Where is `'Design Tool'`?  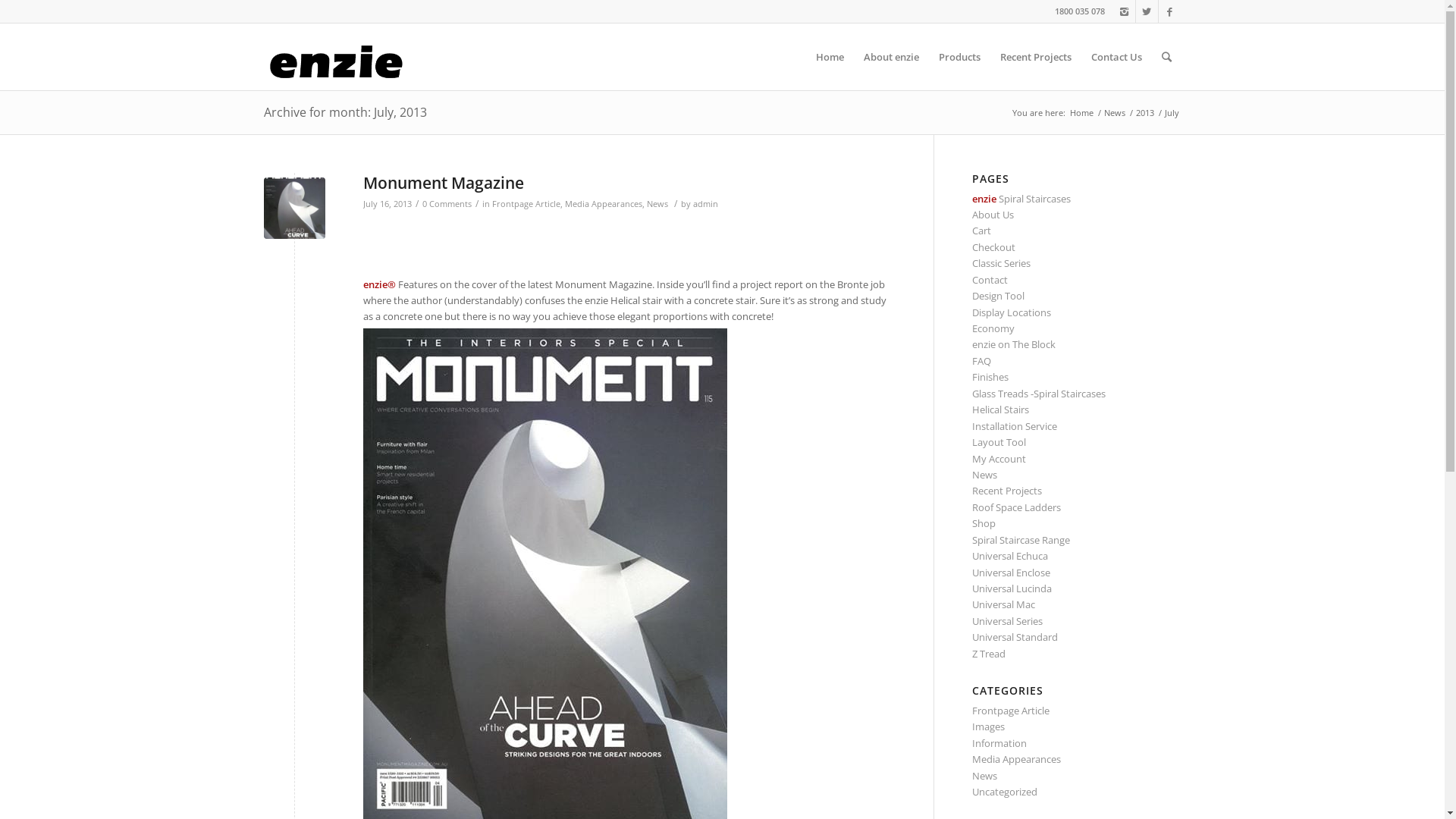
'Design Tool' is located at coordinates (998, 295).